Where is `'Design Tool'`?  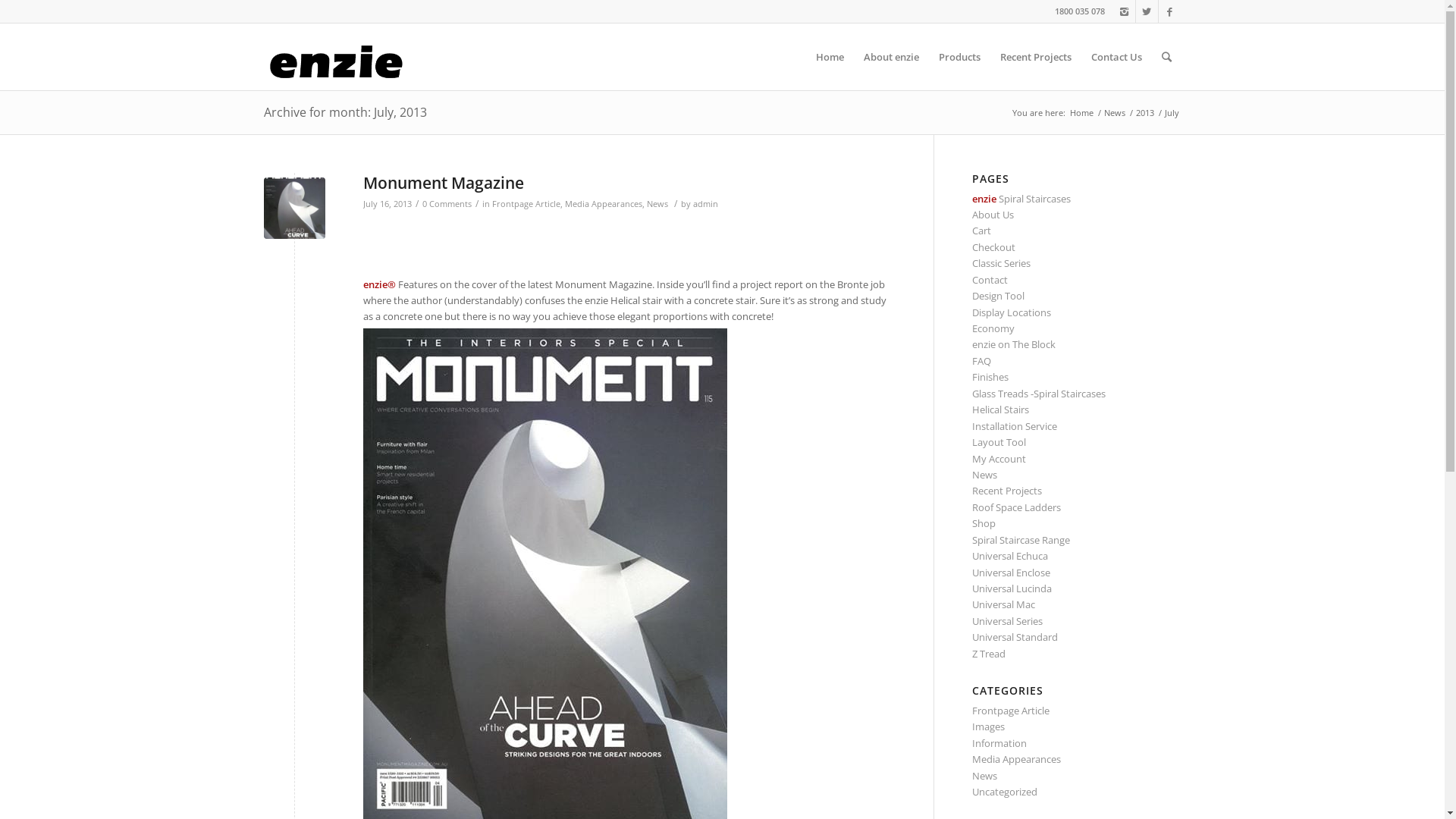
'Design Tool' is located at coordinates (998, 295).